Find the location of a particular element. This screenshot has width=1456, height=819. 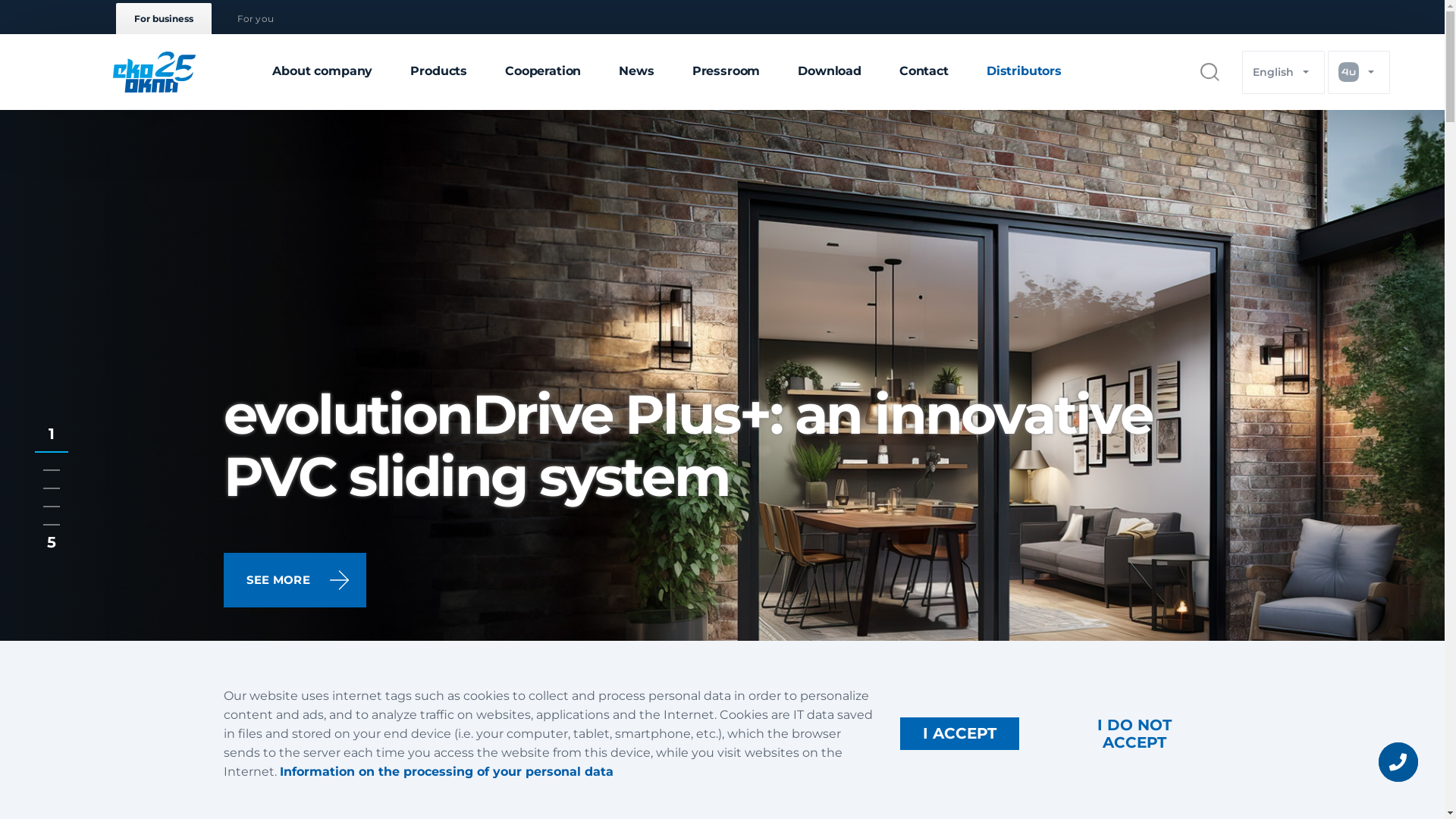

'I DO NOT ACCEPT' is located at coordinates (1046, 733).